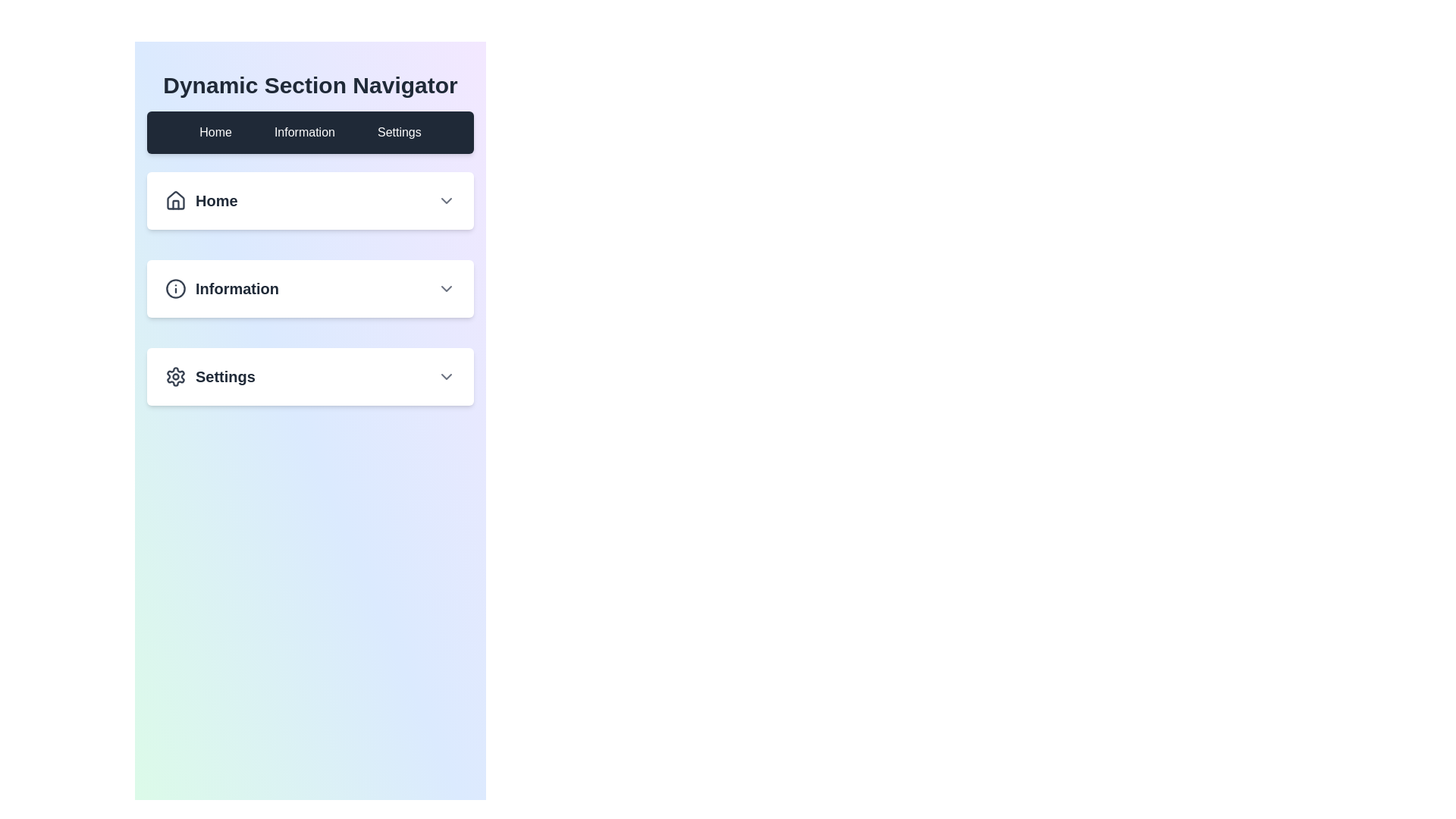 This screenshot has height=819, width=1456. I want to click on the Interactive section with expandable content labeled 'Information', so click(309, 289).